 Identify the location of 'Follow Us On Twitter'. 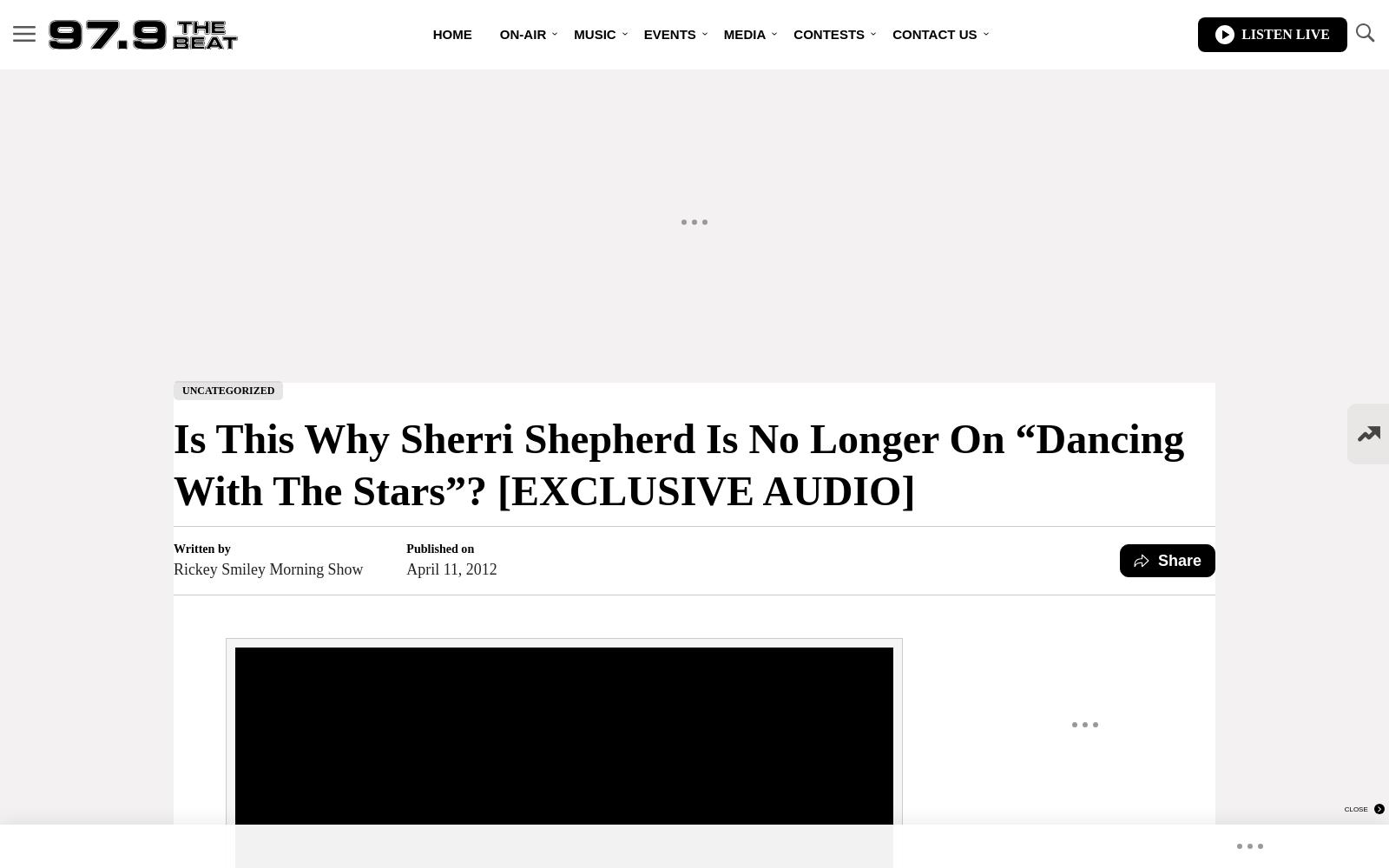
(892, 182).